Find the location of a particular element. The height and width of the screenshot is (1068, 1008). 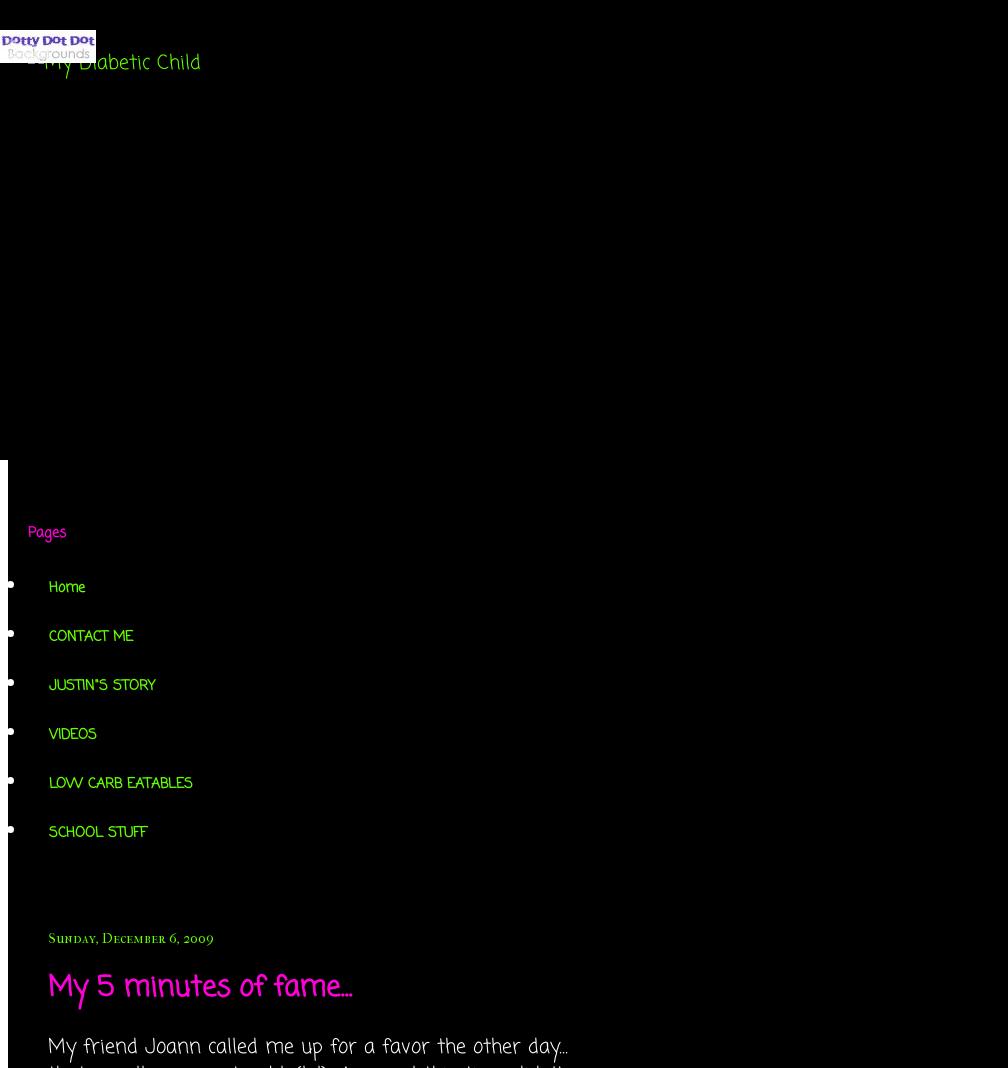

'Home' is located at coordinates (67, 587).